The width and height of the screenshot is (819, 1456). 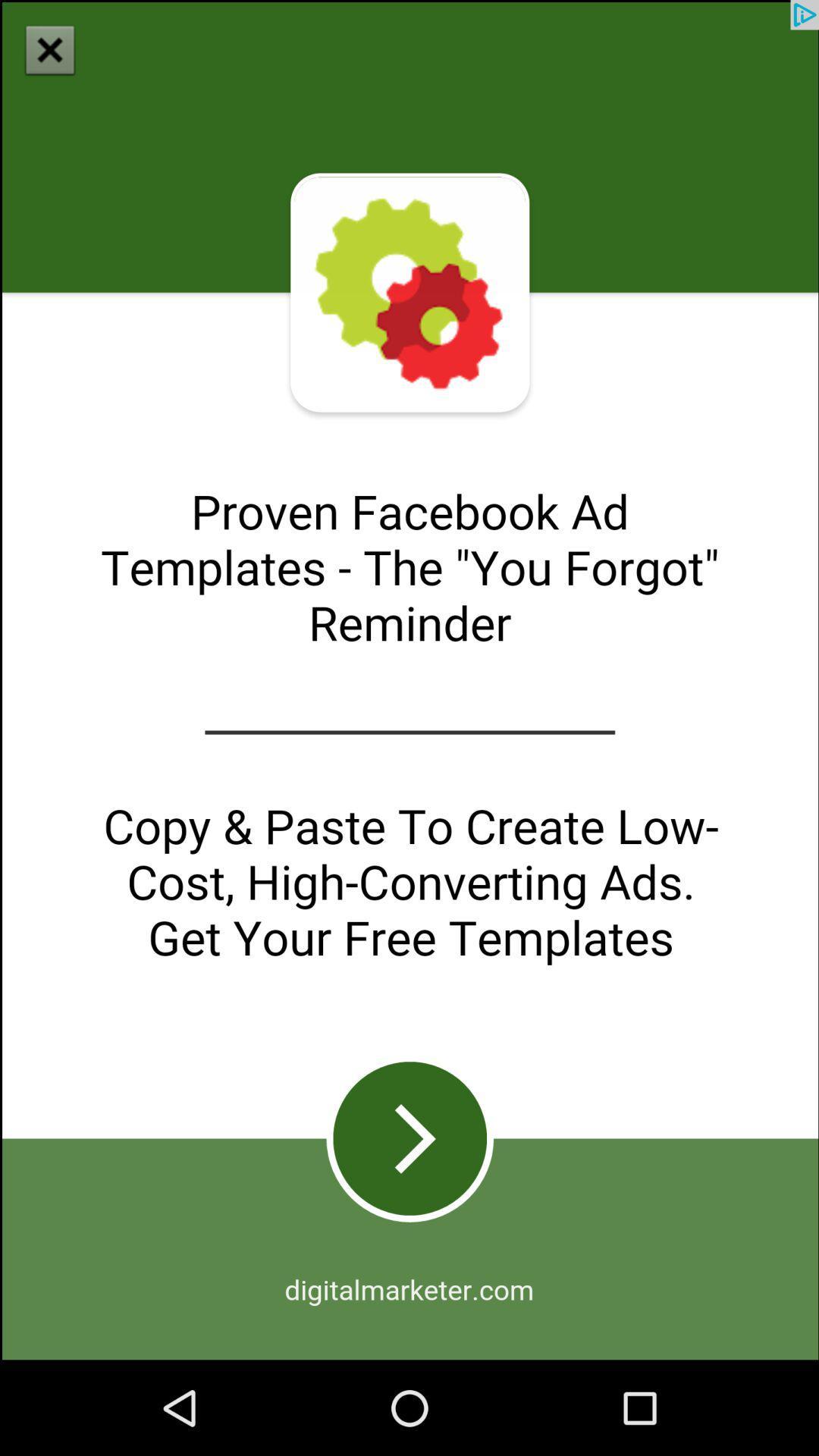 I want to click on the close icon, so click(x=58, y=63).